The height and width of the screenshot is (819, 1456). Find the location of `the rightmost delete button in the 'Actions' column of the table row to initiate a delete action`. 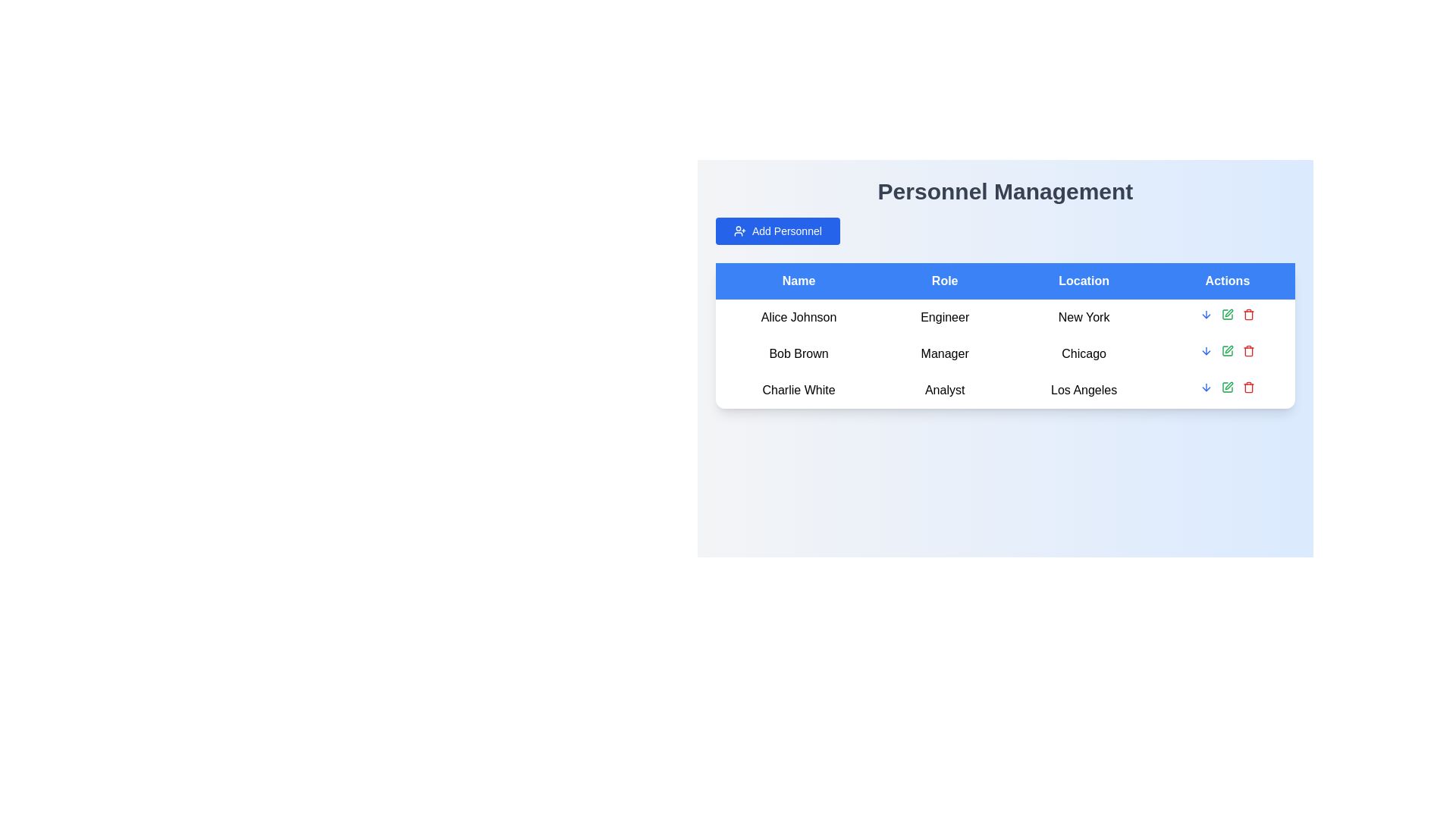

the rightmost delete button in the 'Actions' column of the table row to initiate a delete action is located at coordinates (1248, 314).